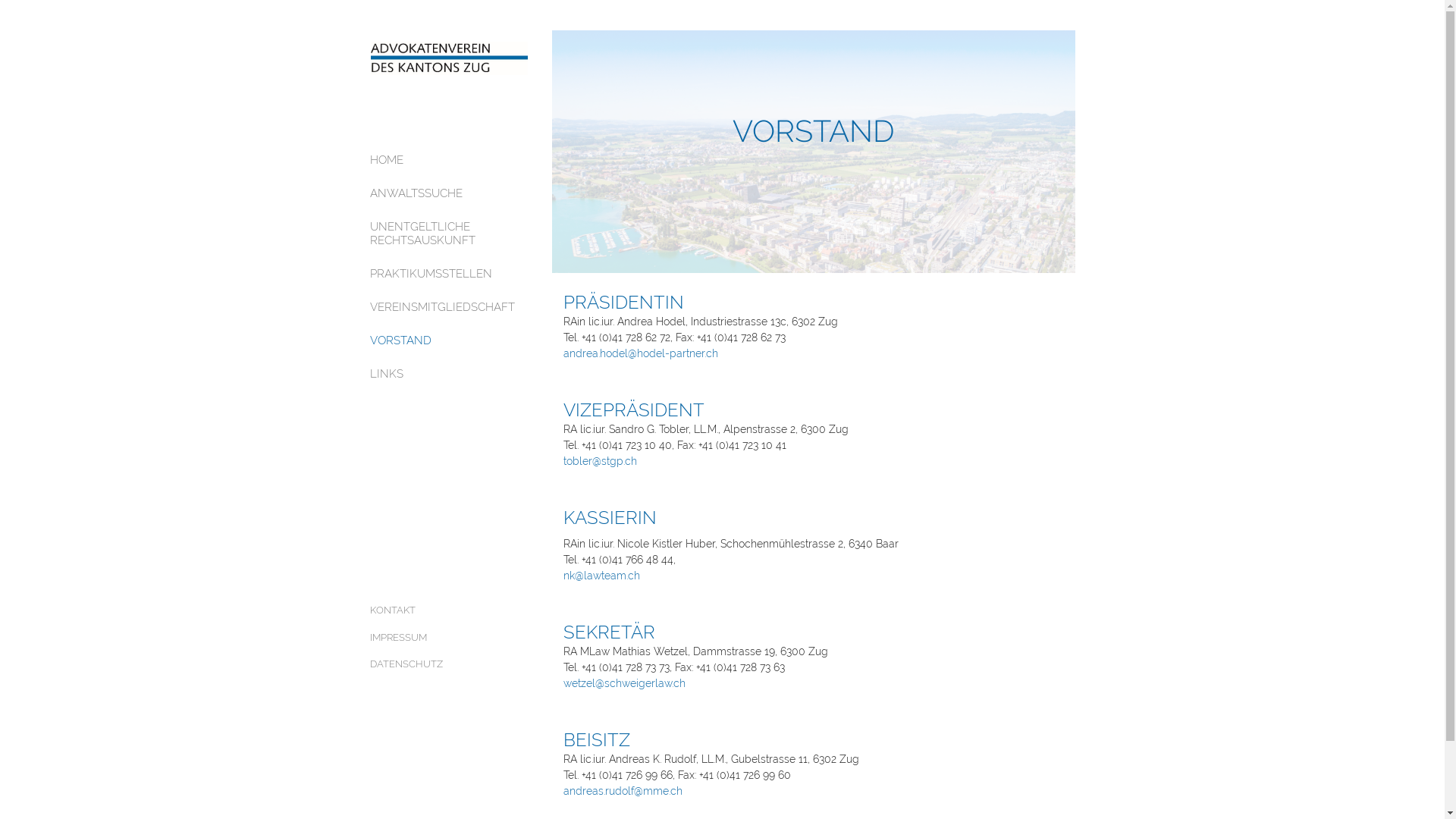 The width and height of the screenshot is (1456, 819). What do you see at coordinates (449, 307) in the screenshot?
I see `'VEREINSMITGLIEDSCHAFT'` at bounding box center [449, 307].